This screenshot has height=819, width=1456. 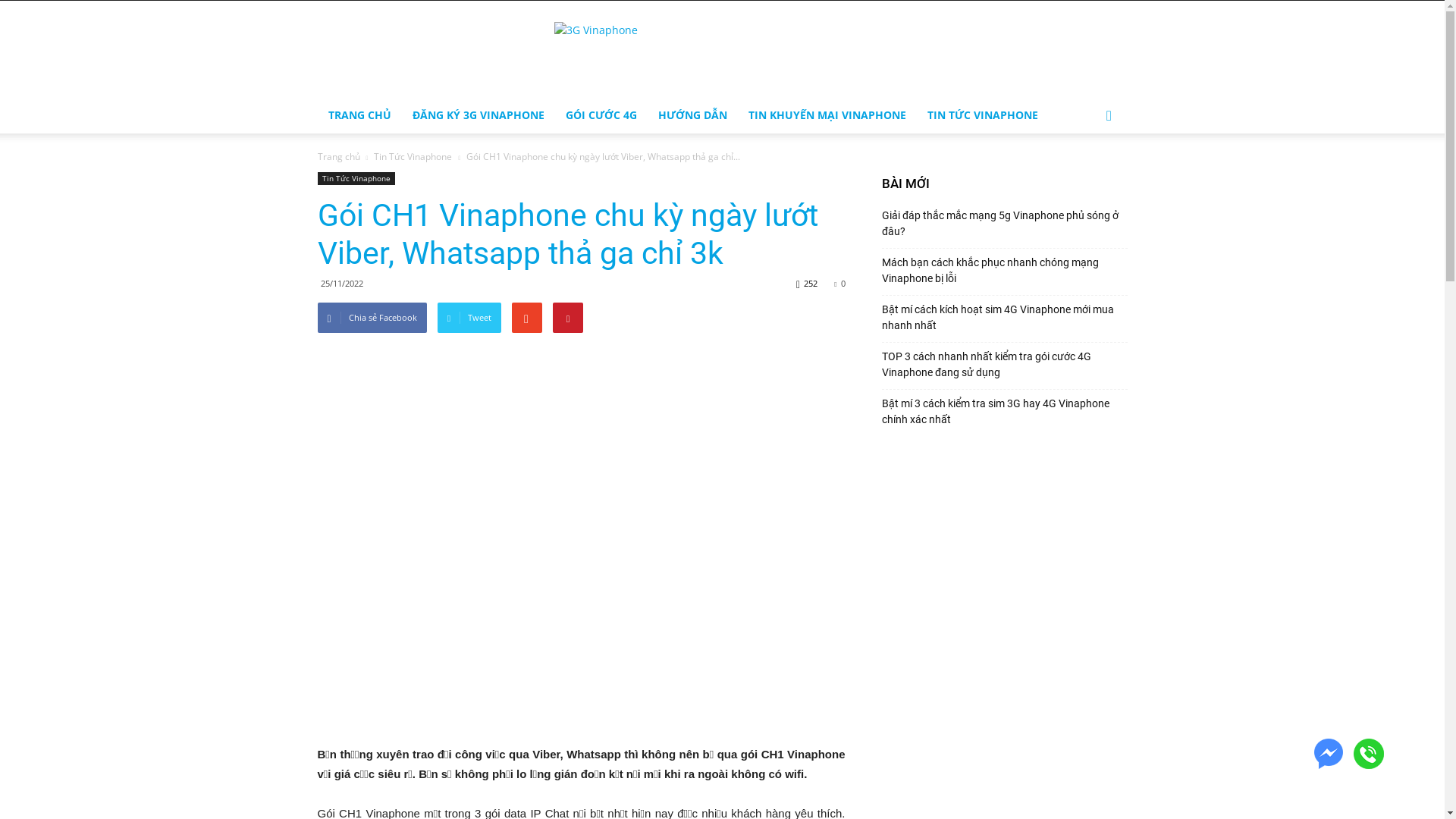 I want to click on '0', so click(x=839, y=283).